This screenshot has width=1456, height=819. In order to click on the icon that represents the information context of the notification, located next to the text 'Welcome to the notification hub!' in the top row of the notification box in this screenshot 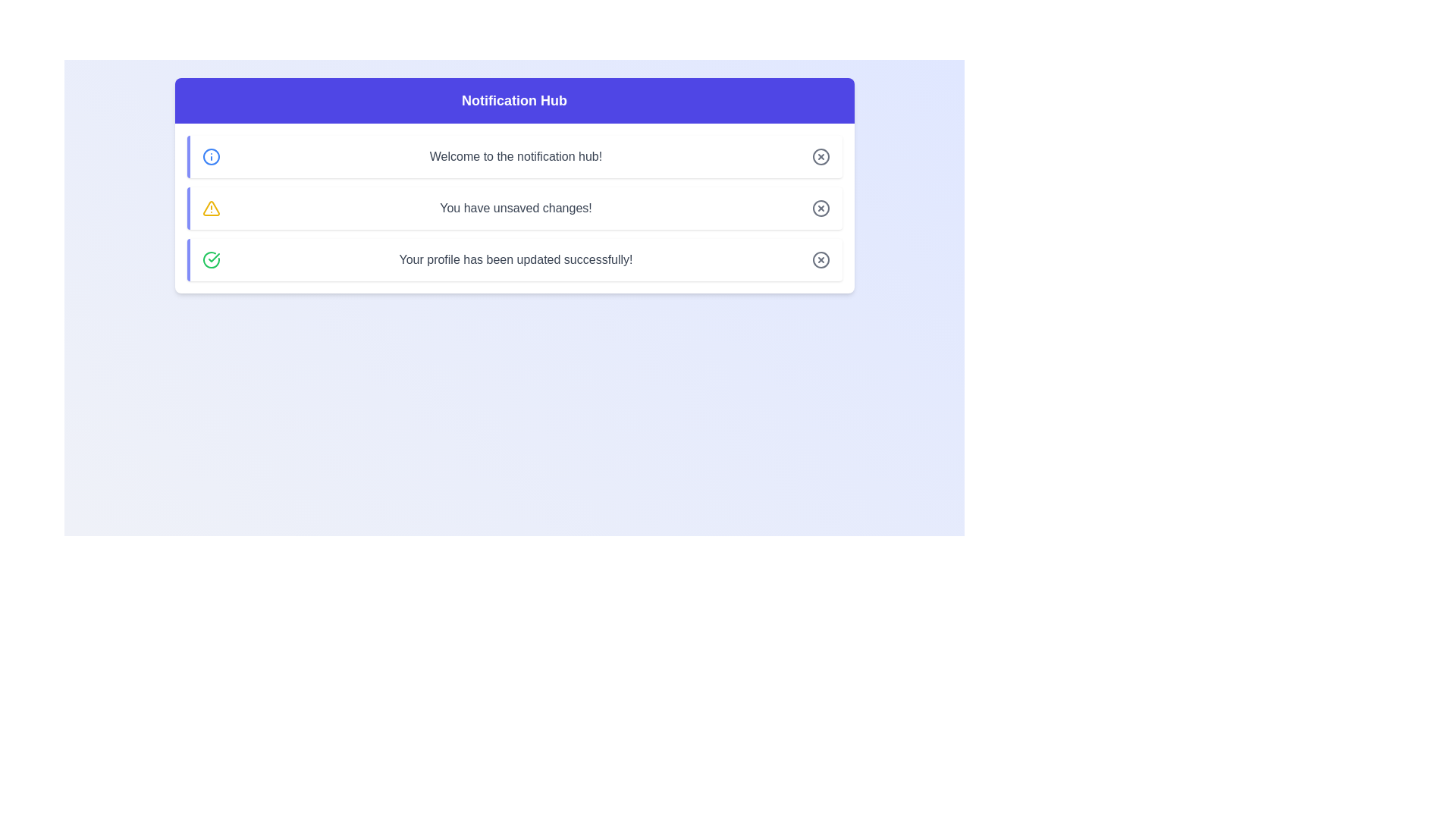, I will do `click(210, 157)`.